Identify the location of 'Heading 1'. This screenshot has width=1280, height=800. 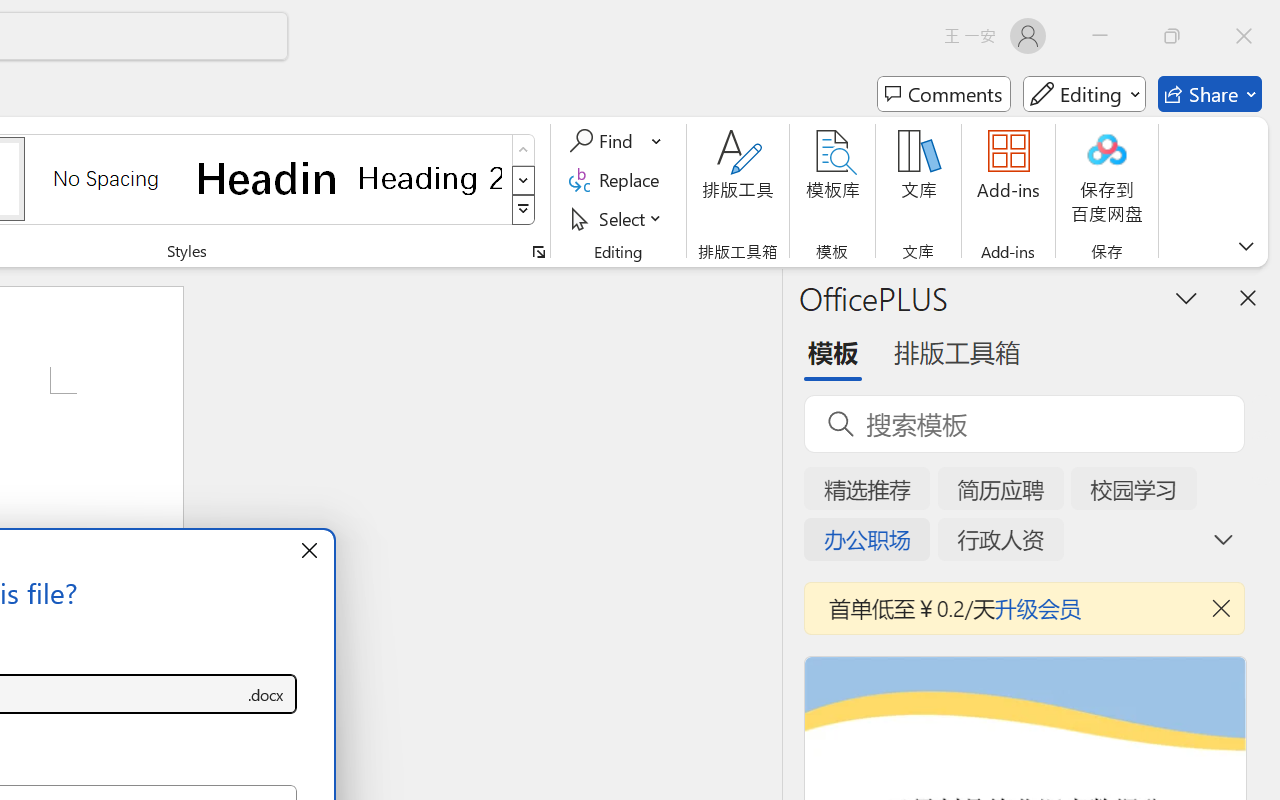
(267, 177).